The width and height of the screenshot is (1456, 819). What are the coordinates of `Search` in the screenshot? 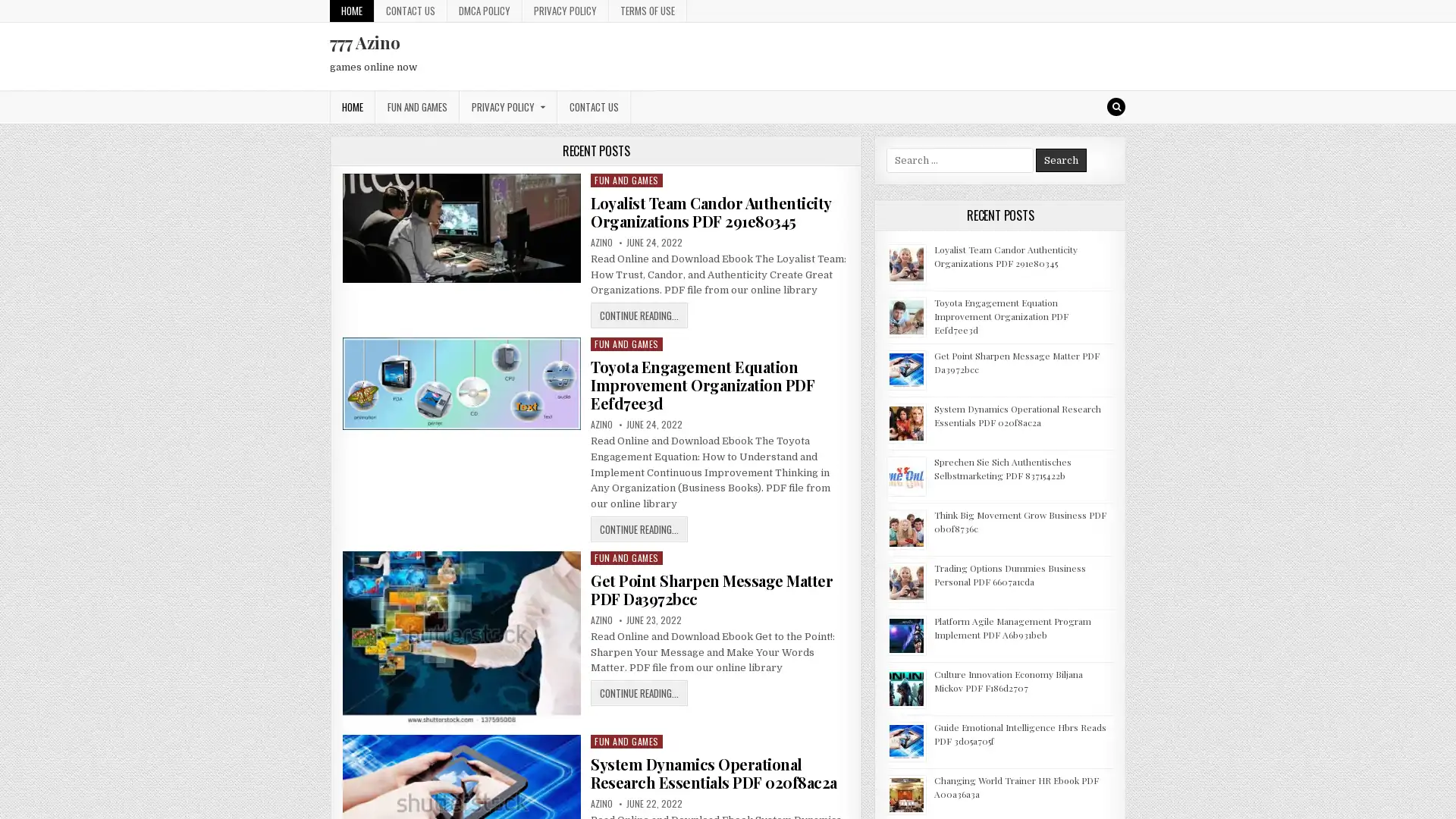 It's located at (1060, 160).